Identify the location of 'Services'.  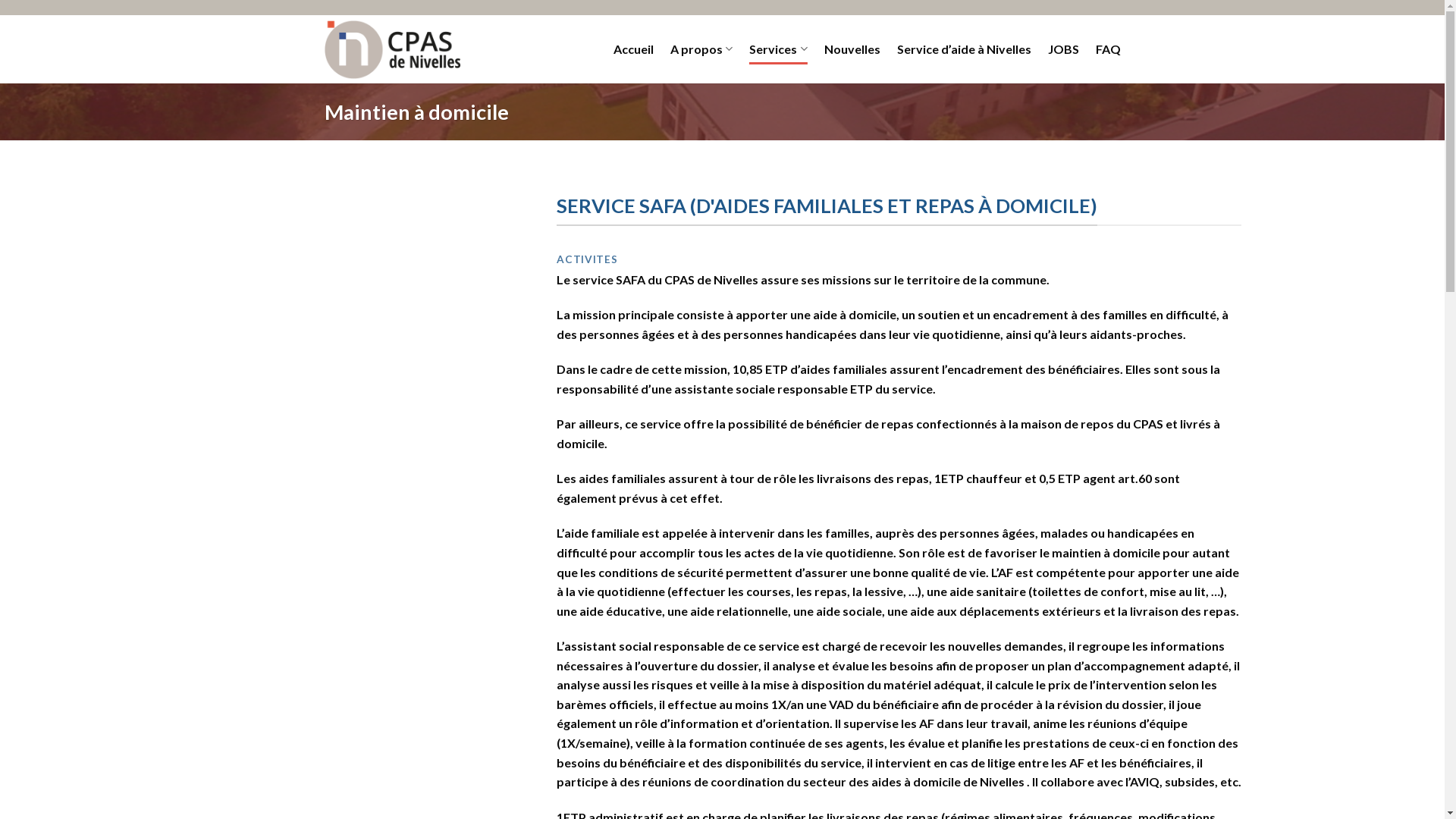
(778, 48).